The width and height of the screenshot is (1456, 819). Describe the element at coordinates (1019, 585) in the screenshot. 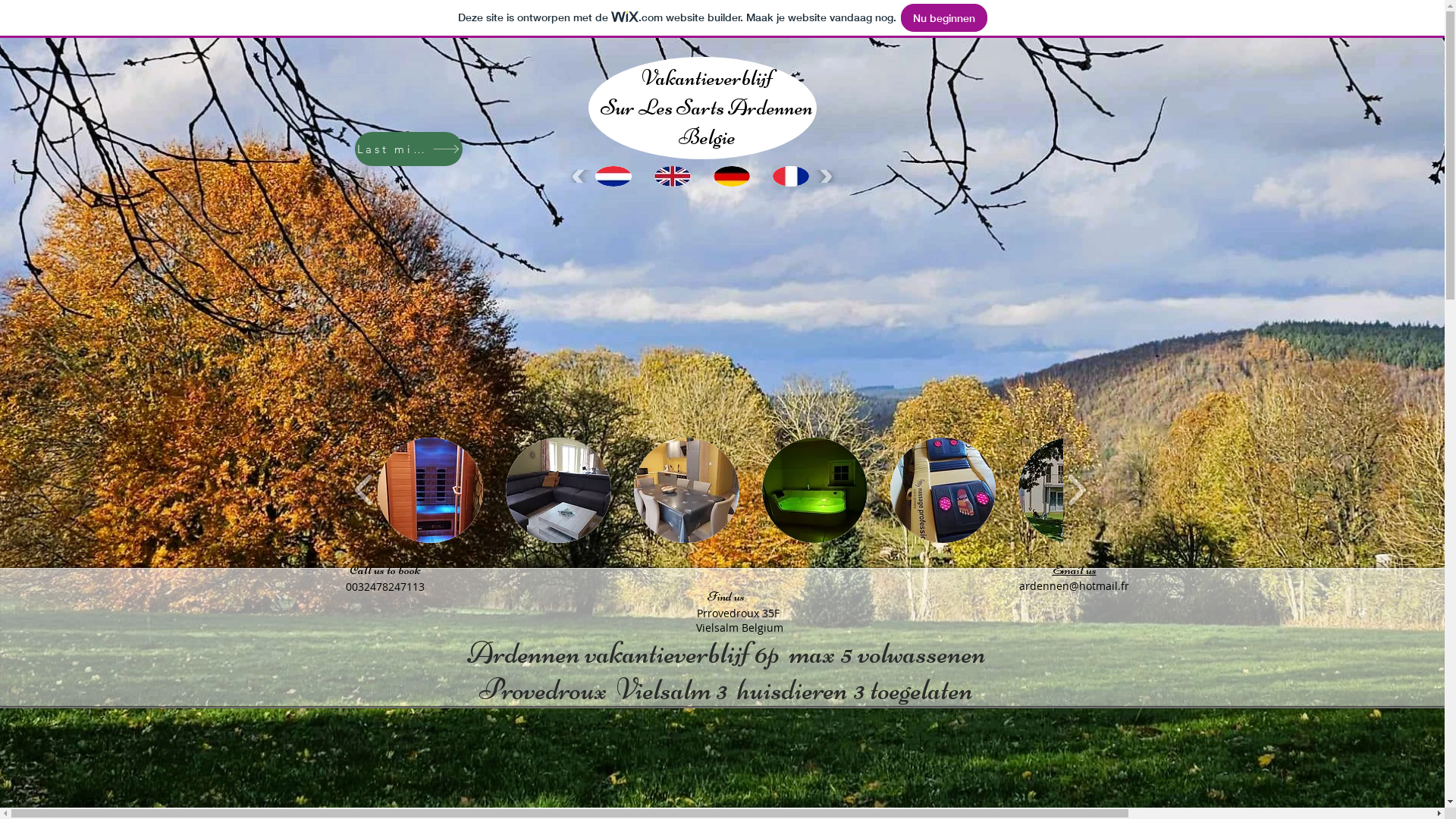

I see `'ardennen@hotmail.fr'` at that location.